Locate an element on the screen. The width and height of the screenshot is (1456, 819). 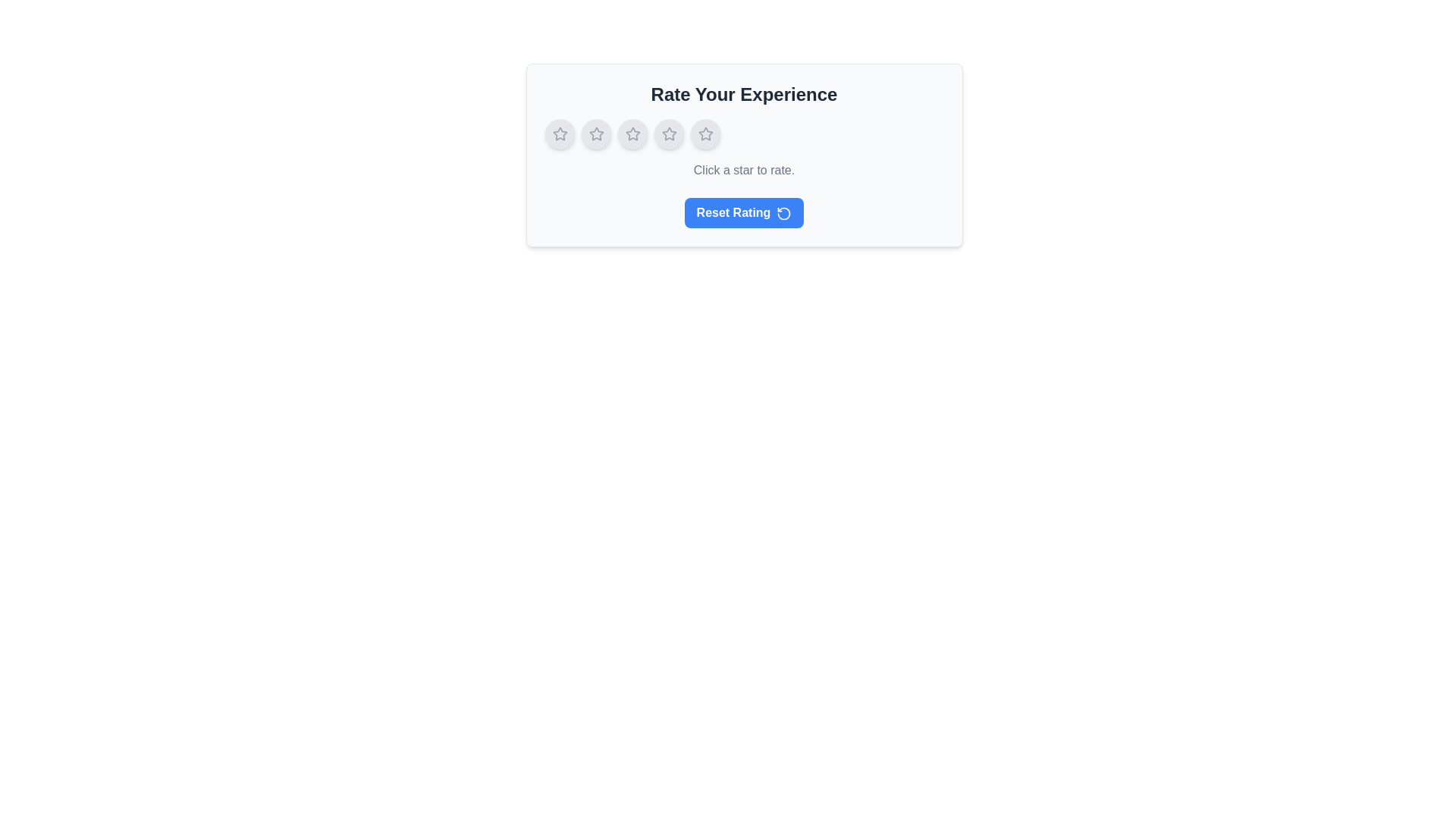
the Text Header element that displays 'Rate Your Experience', which is centrally aligned and styled in a large, bold, dark gray font, positioned above the star icons row is located at coordinates (744, 94).